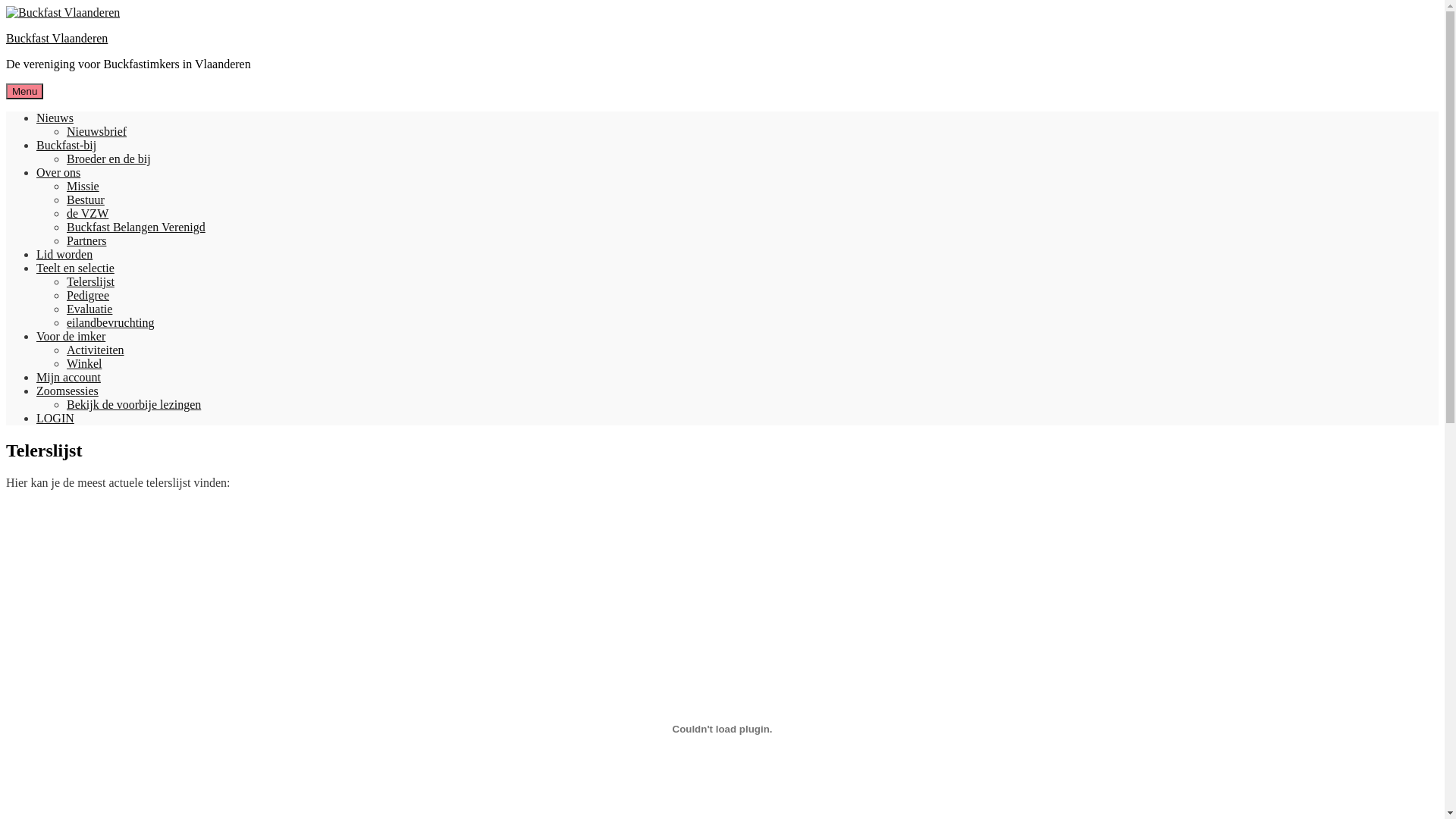 The image size is (1456, 819). What do you see at coordinates (86, 213) in the screenshot?
I see `'de VZW'` at bounding box center [86, 213].